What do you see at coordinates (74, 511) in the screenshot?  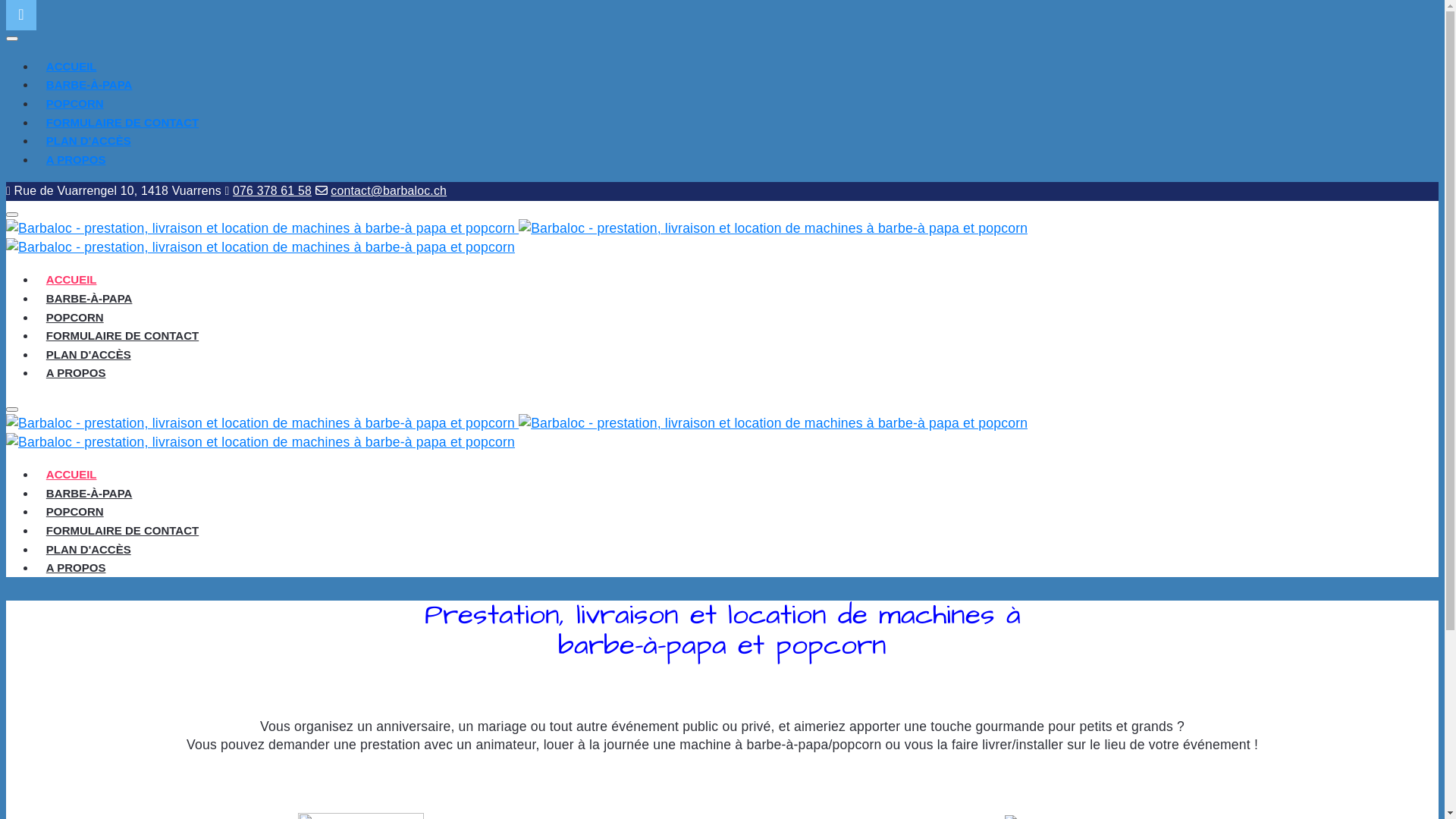 I see `'POPCORN'` at bounding box center [74, 511].